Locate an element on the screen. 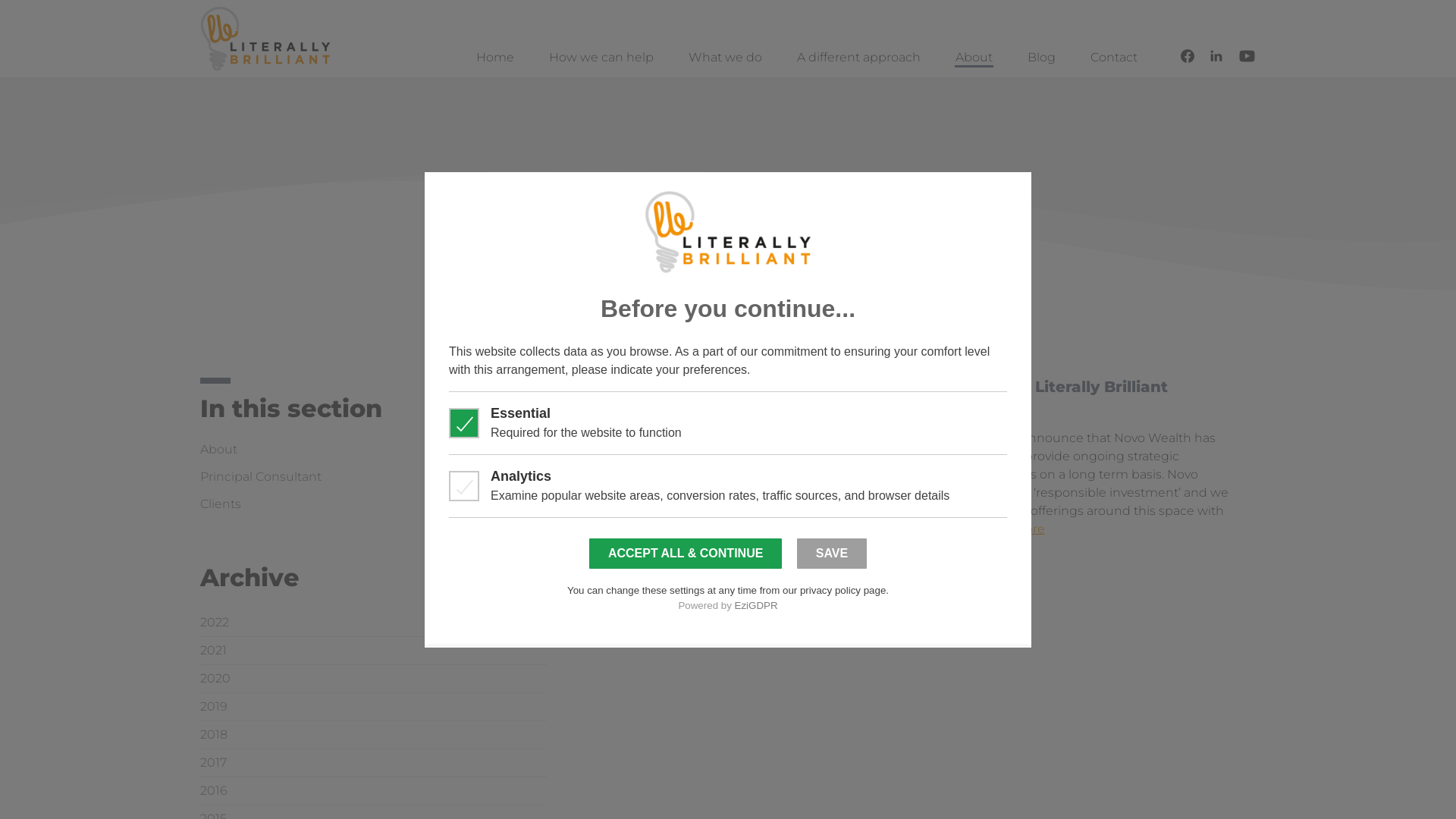  'Novo Wealth Appoints Literally Brilliant' is located at coordinates (1007, 385).